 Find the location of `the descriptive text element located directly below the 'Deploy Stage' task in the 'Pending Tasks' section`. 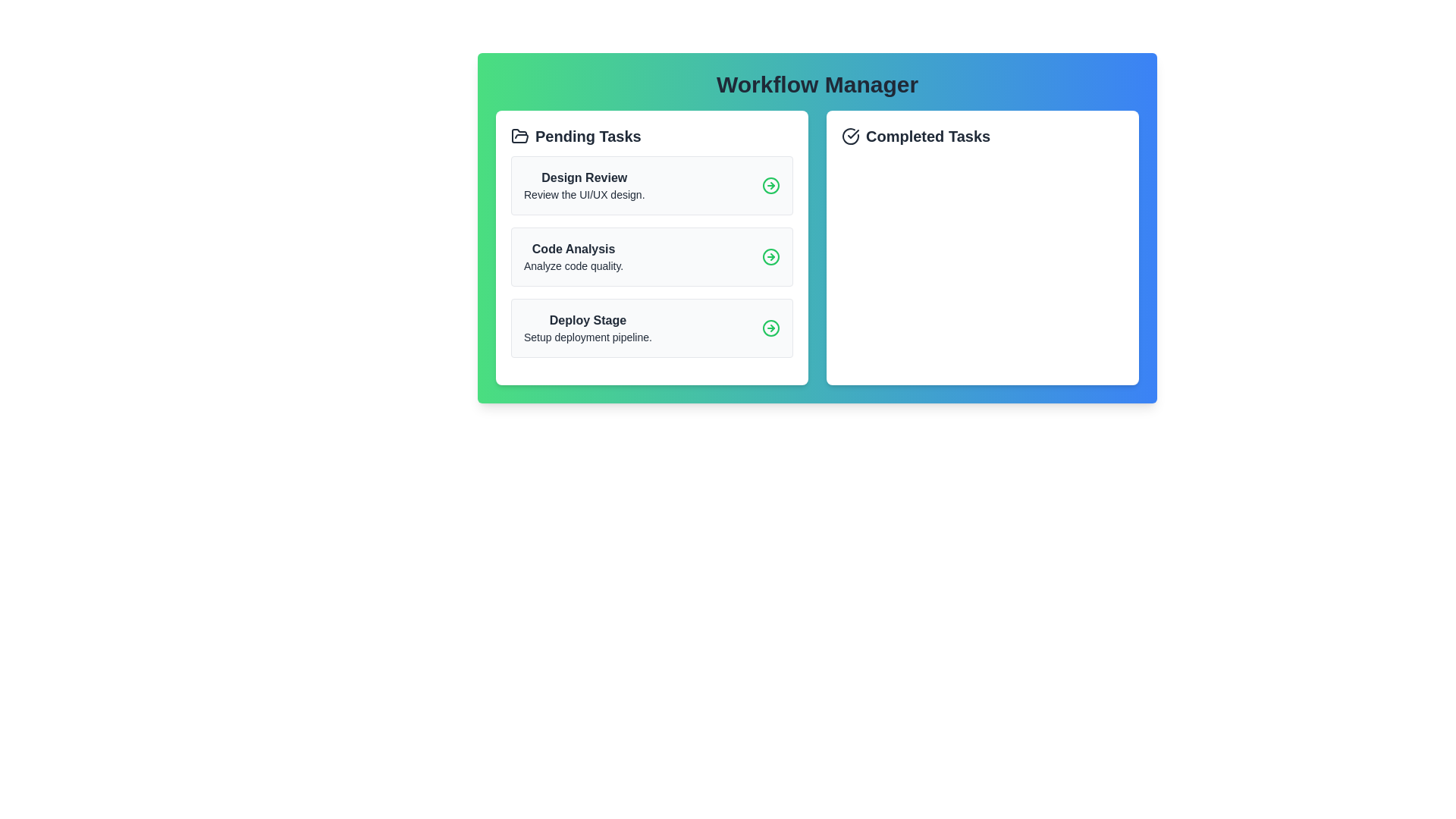

the descriptive text element located directly below the 'Deploy Stage' task in the 'Pending Tasks' section is located at coordinates (587, 336).